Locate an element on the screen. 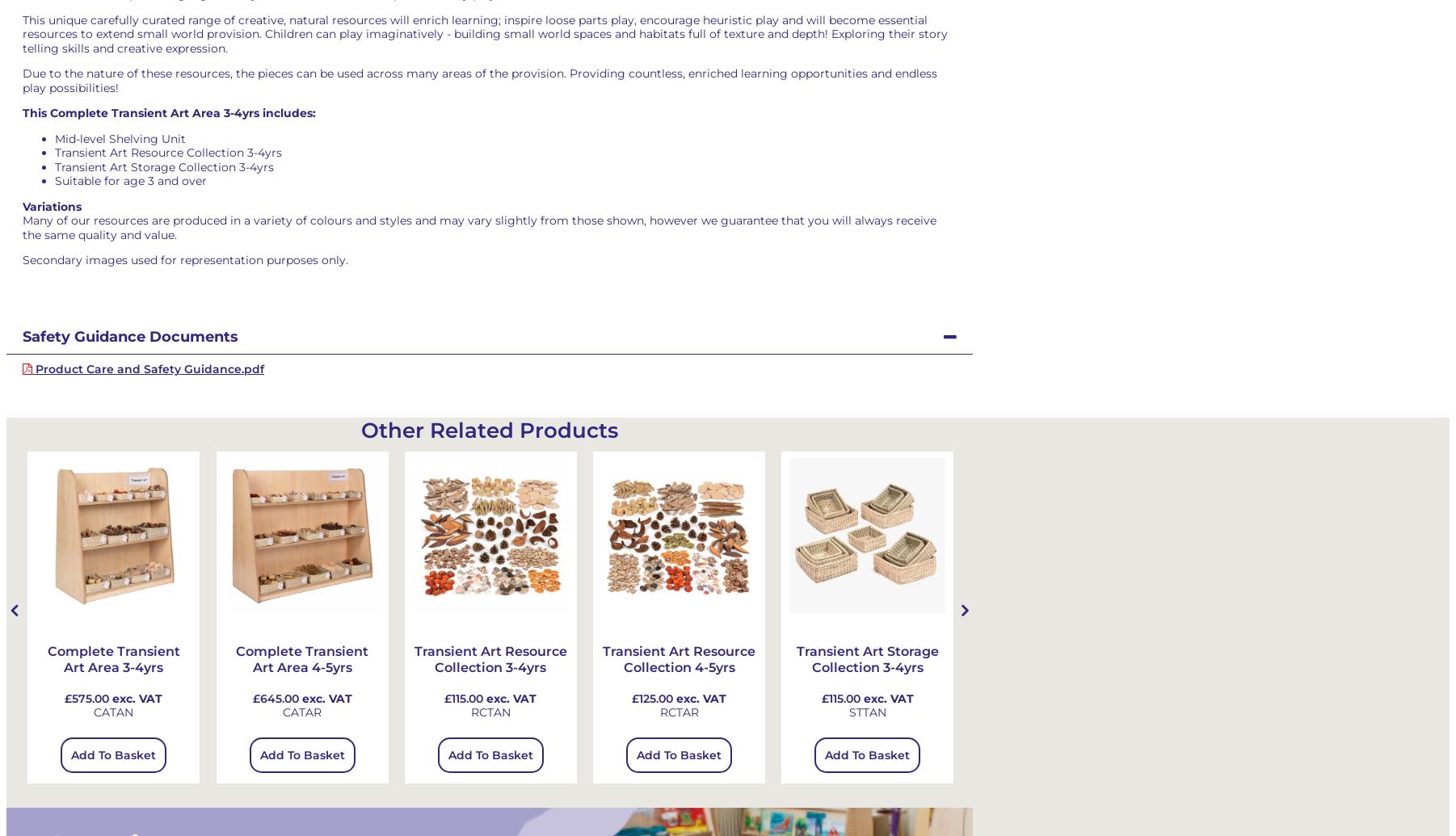  'RCTAN' is located at coordinates (489, 712).